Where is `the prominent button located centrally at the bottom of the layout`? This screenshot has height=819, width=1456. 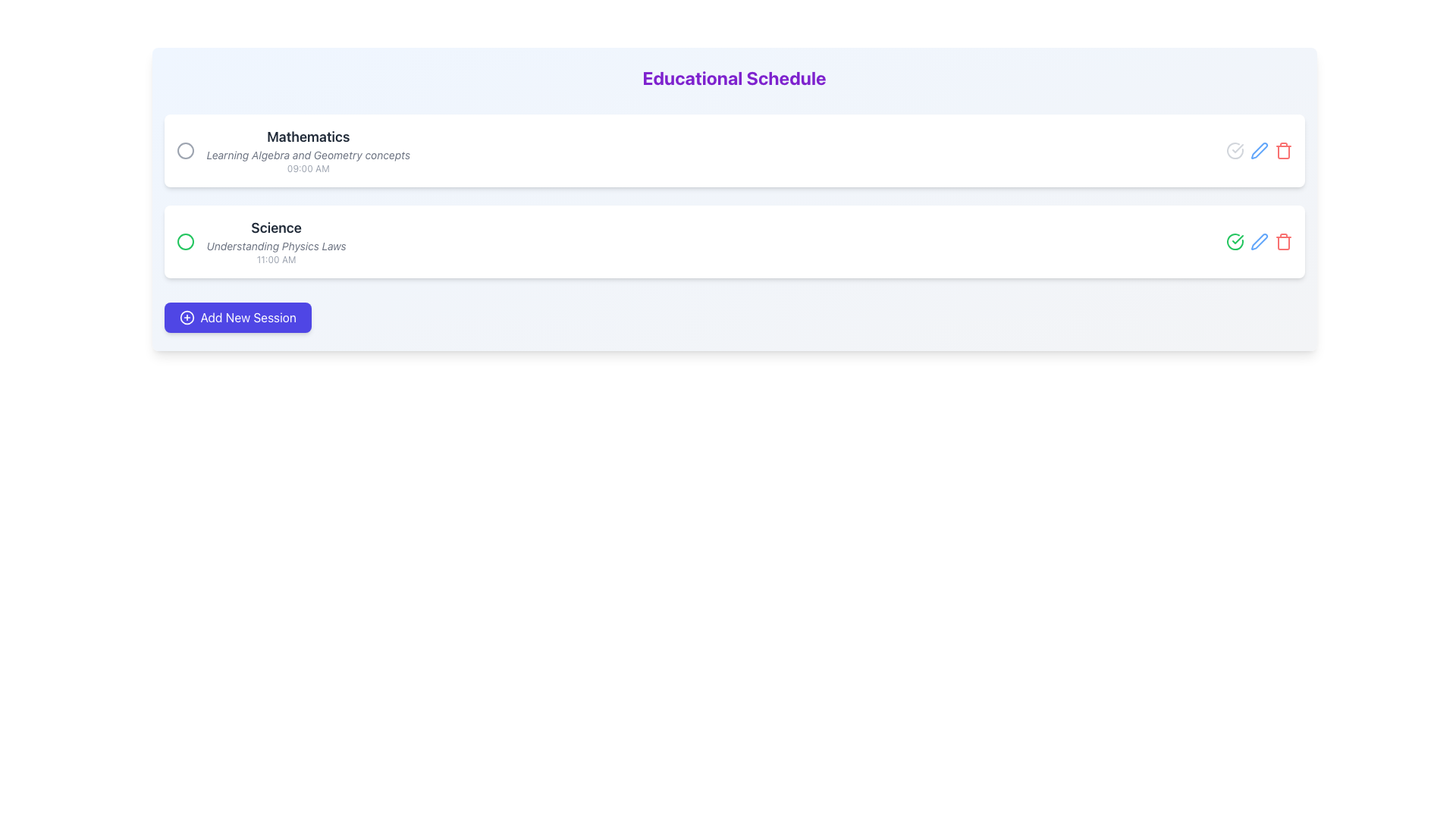 the prominent button located centrally at the bottom of the layout is located at coordinates (237, 317).